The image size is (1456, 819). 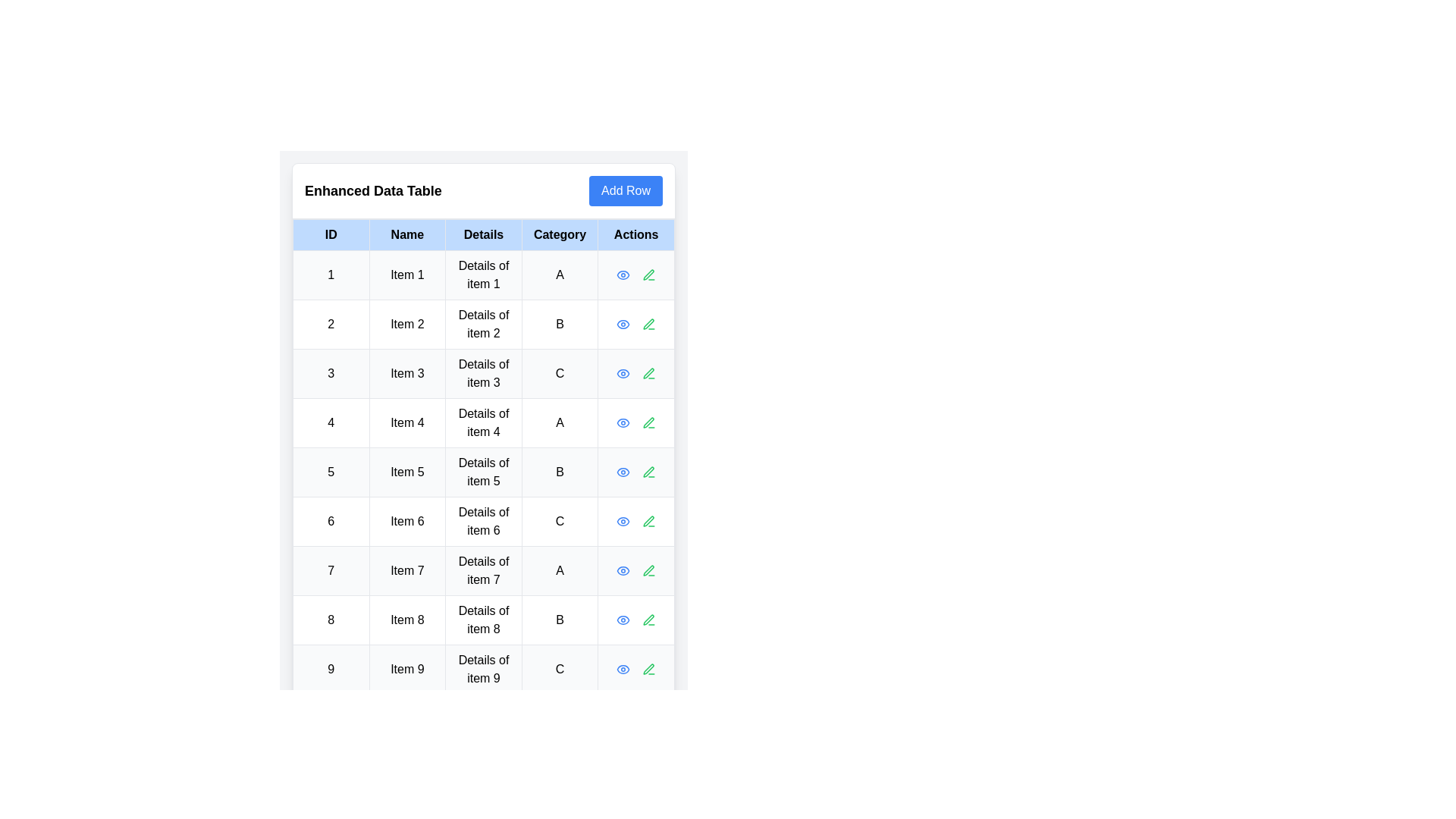 I want to click on the text label displaying 'Item 7' located in the 'Name' column of the seventh row in the data table, so click(x=407, y=570).